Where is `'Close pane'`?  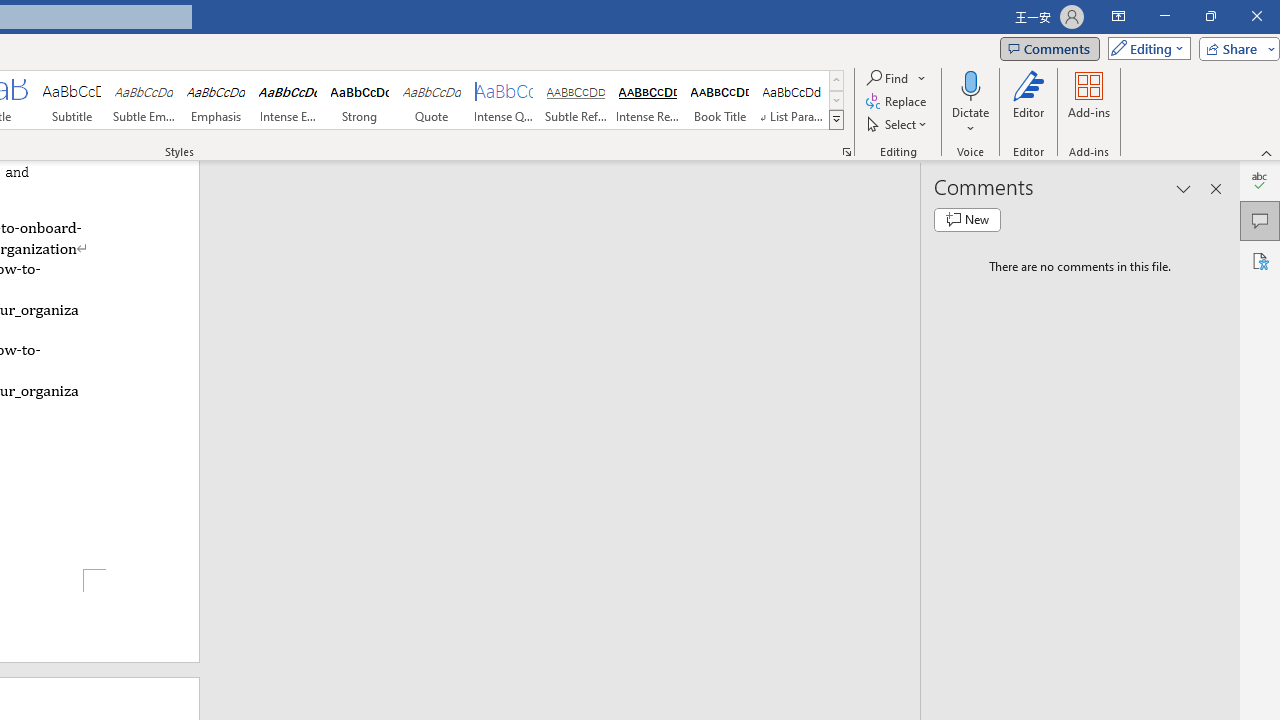
'Close pane' is located at coordinates (1215, 189).